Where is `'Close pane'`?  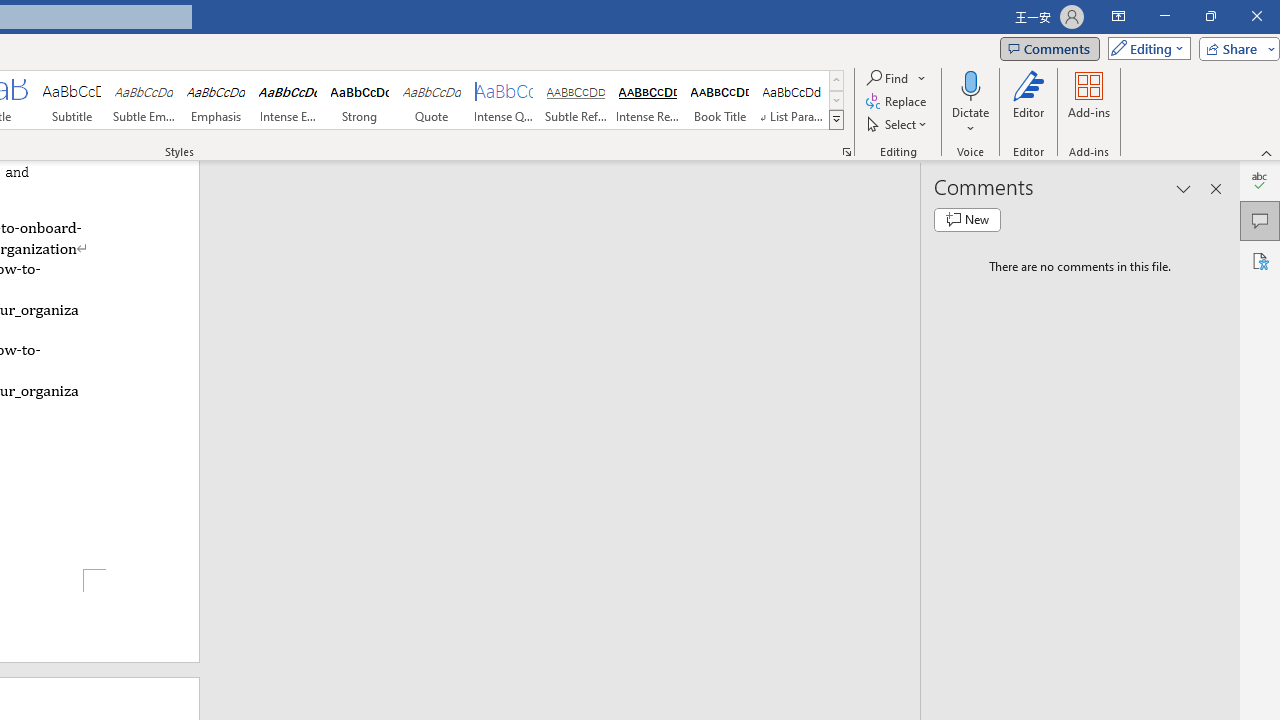
'Close pane' is located at coordinates (1215, 189).